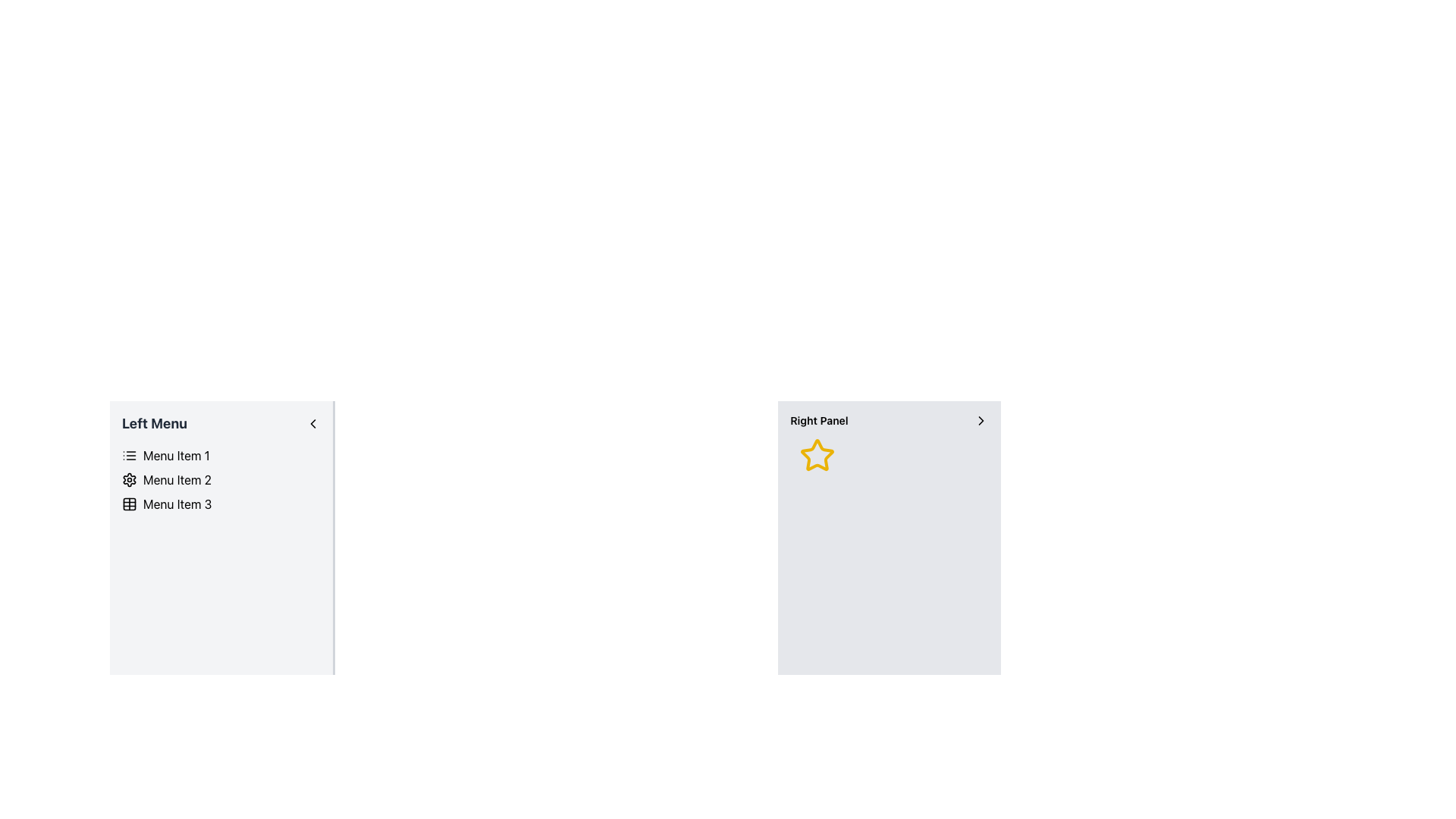 The image size is (1456, 819). I want to click on the third item in the vertical sidebar menu labeled 'Menu Item 3', so click(220, 504).